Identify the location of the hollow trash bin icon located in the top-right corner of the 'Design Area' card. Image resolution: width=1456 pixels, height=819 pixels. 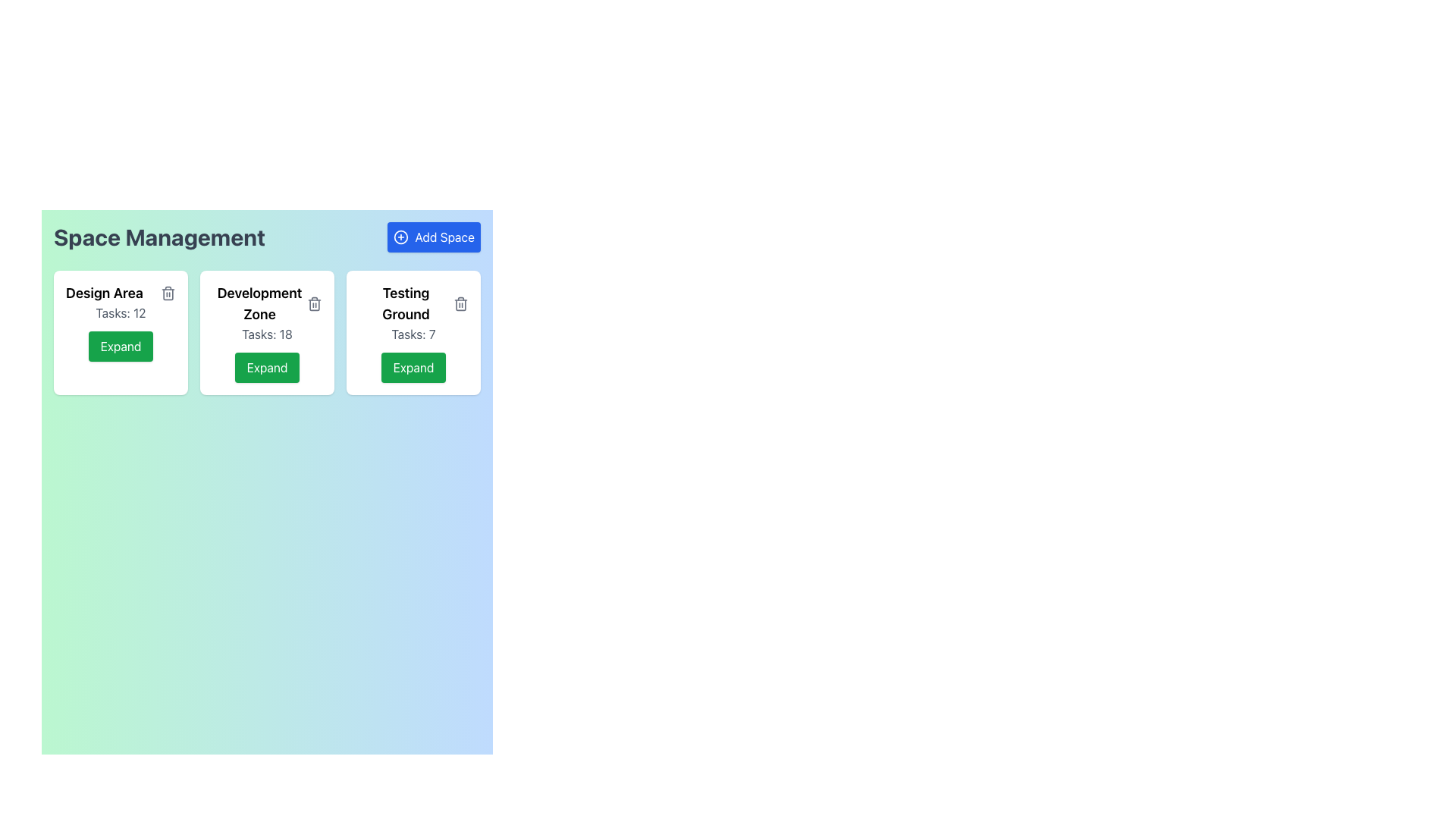
(168, 294).